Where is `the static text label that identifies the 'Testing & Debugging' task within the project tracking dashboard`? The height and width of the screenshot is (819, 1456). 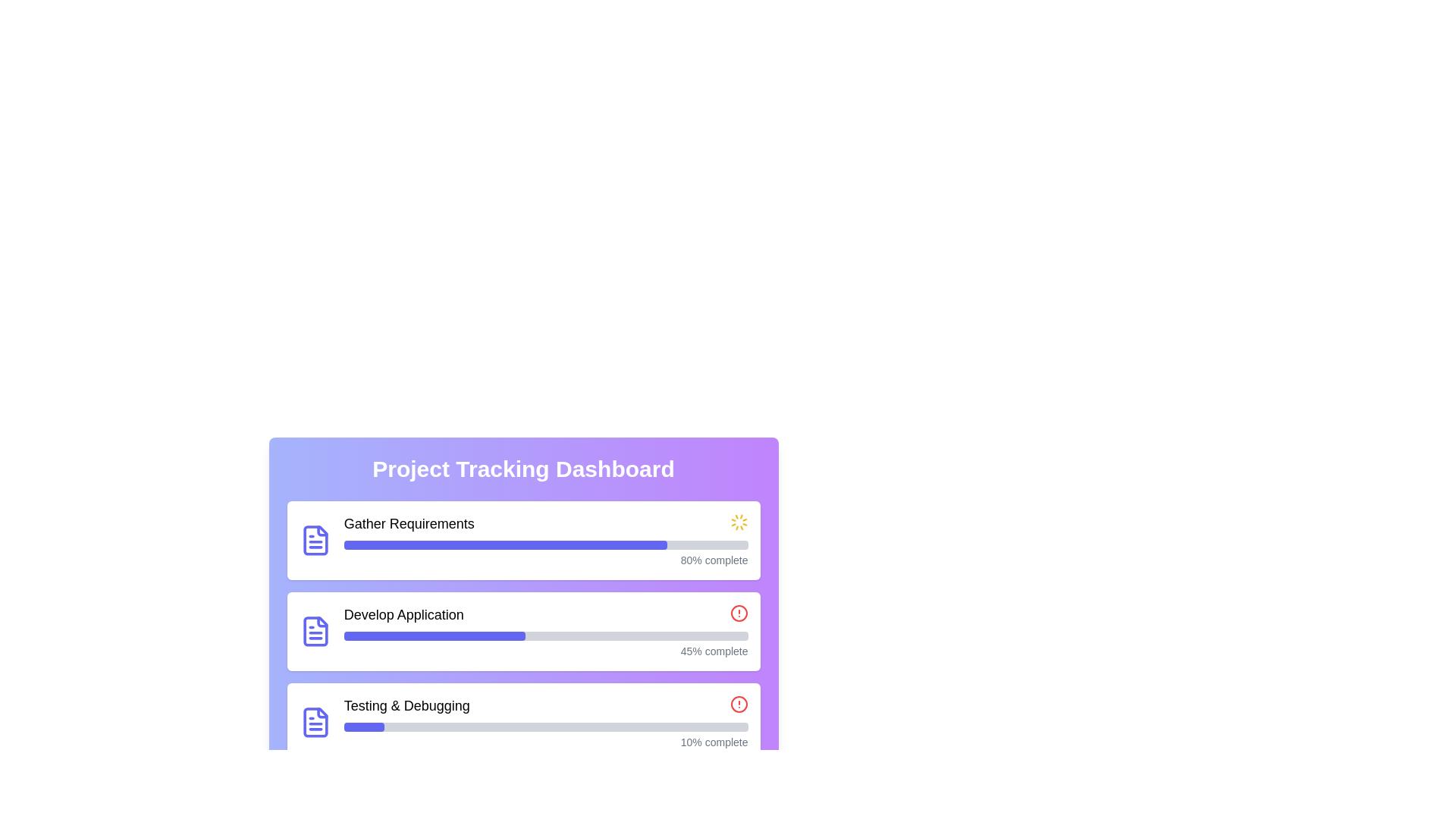
the static text label that identifies the 'Testing & Debugging' task within the project tracking dashboard is located at coordinates (406, 705).